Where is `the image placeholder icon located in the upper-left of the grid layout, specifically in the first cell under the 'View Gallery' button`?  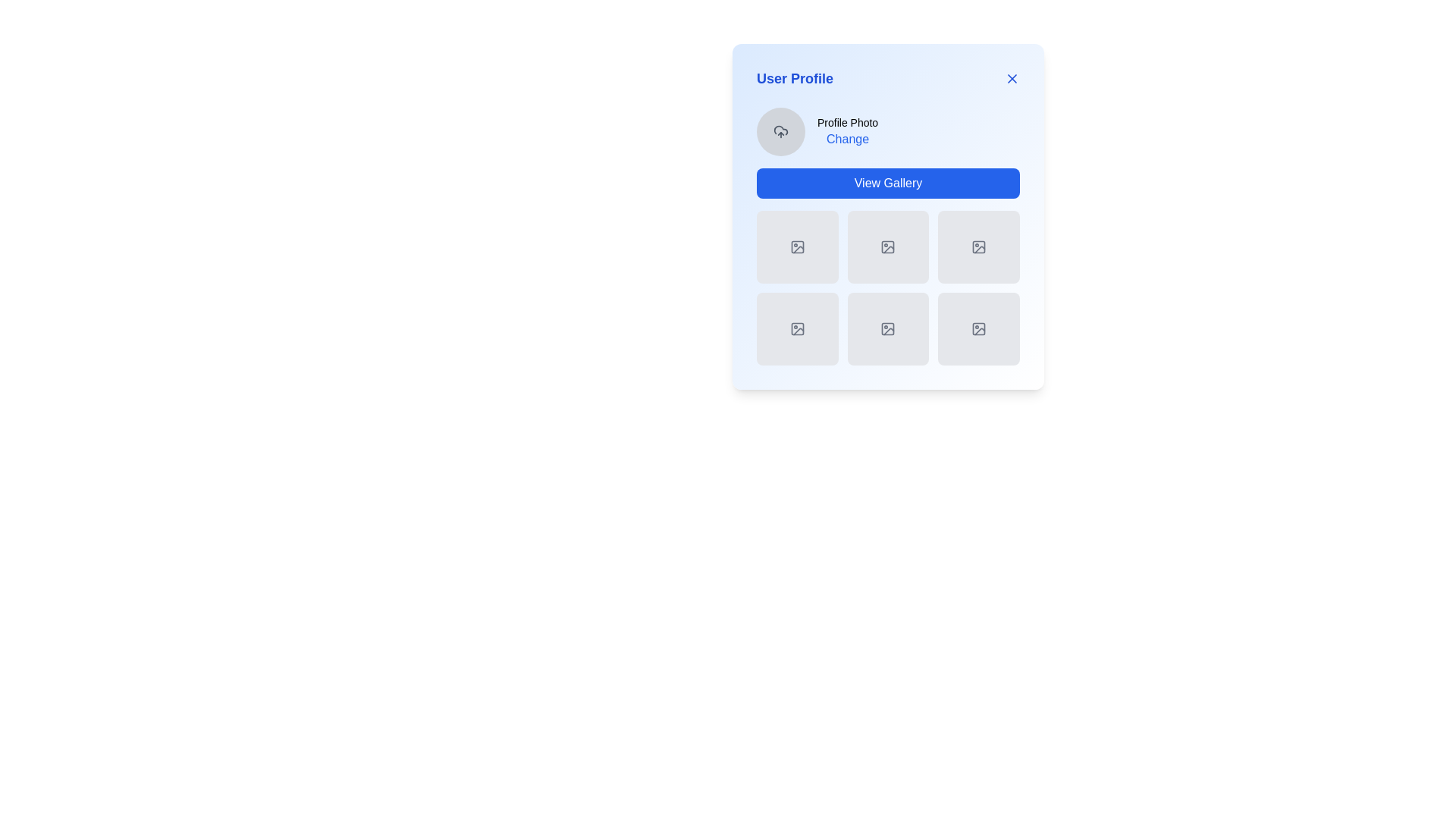 the image placeholder icon located in the upper-left of the grid layout, specifically in the first cell under the 'View Gallery' button is located at coordinates (796, 246).